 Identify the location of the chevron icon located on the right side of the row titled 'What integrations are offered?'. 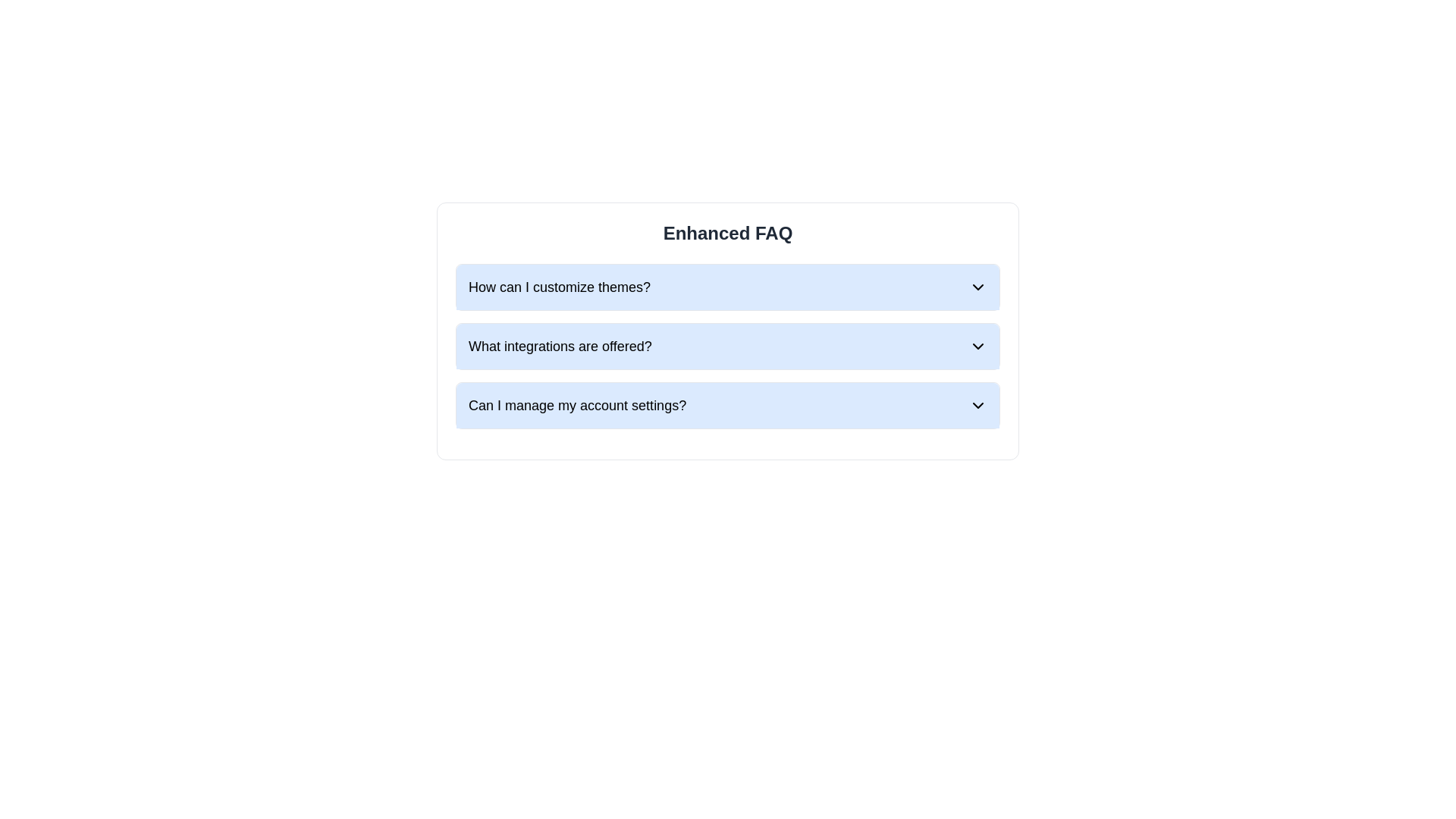
(978, 346).